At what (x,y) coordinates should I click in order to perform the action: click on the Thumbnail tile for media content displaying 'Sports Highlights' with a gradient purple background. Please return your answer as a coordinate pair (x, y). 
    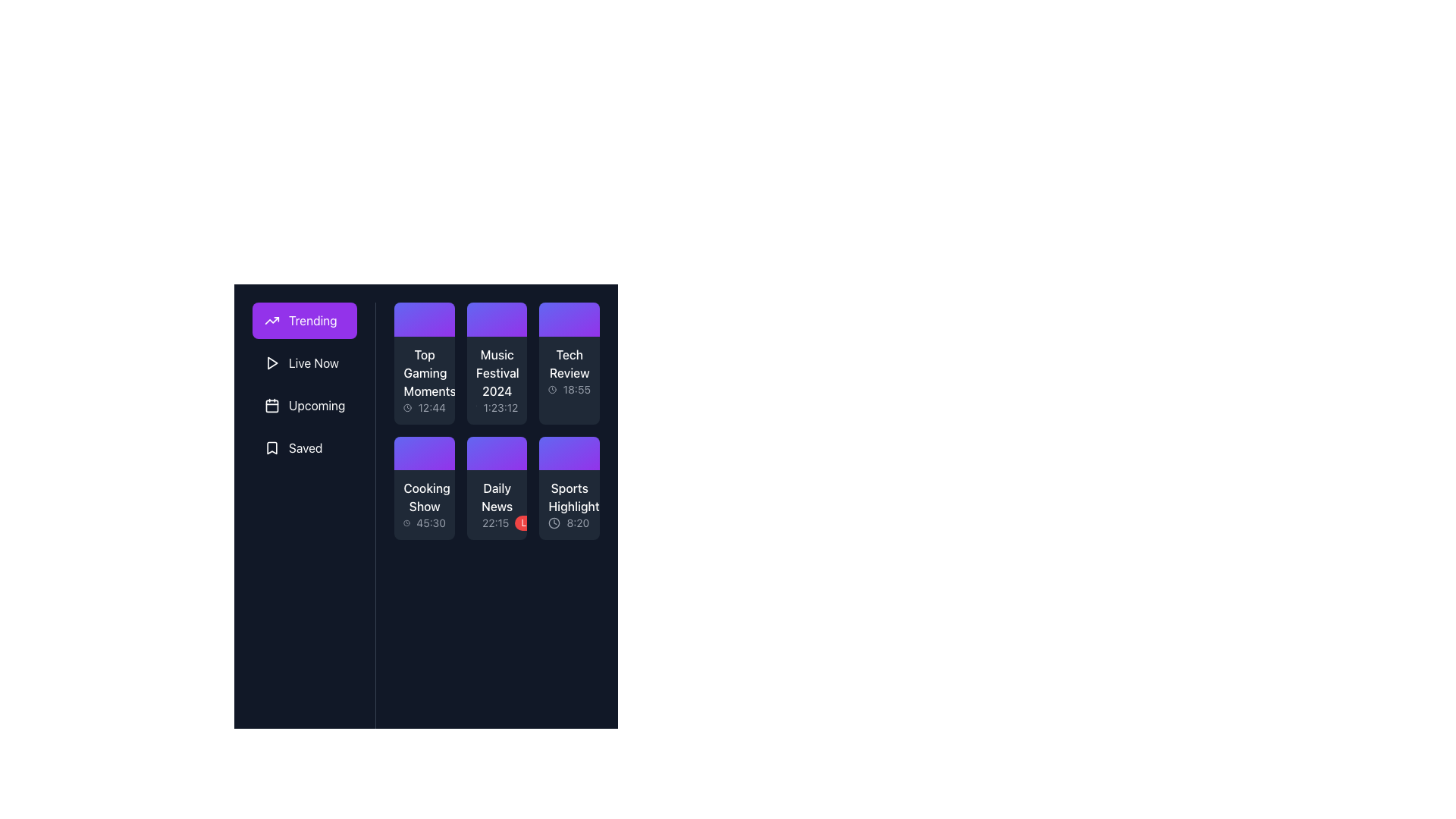
    Looking at the image, I should click on (569, 488).